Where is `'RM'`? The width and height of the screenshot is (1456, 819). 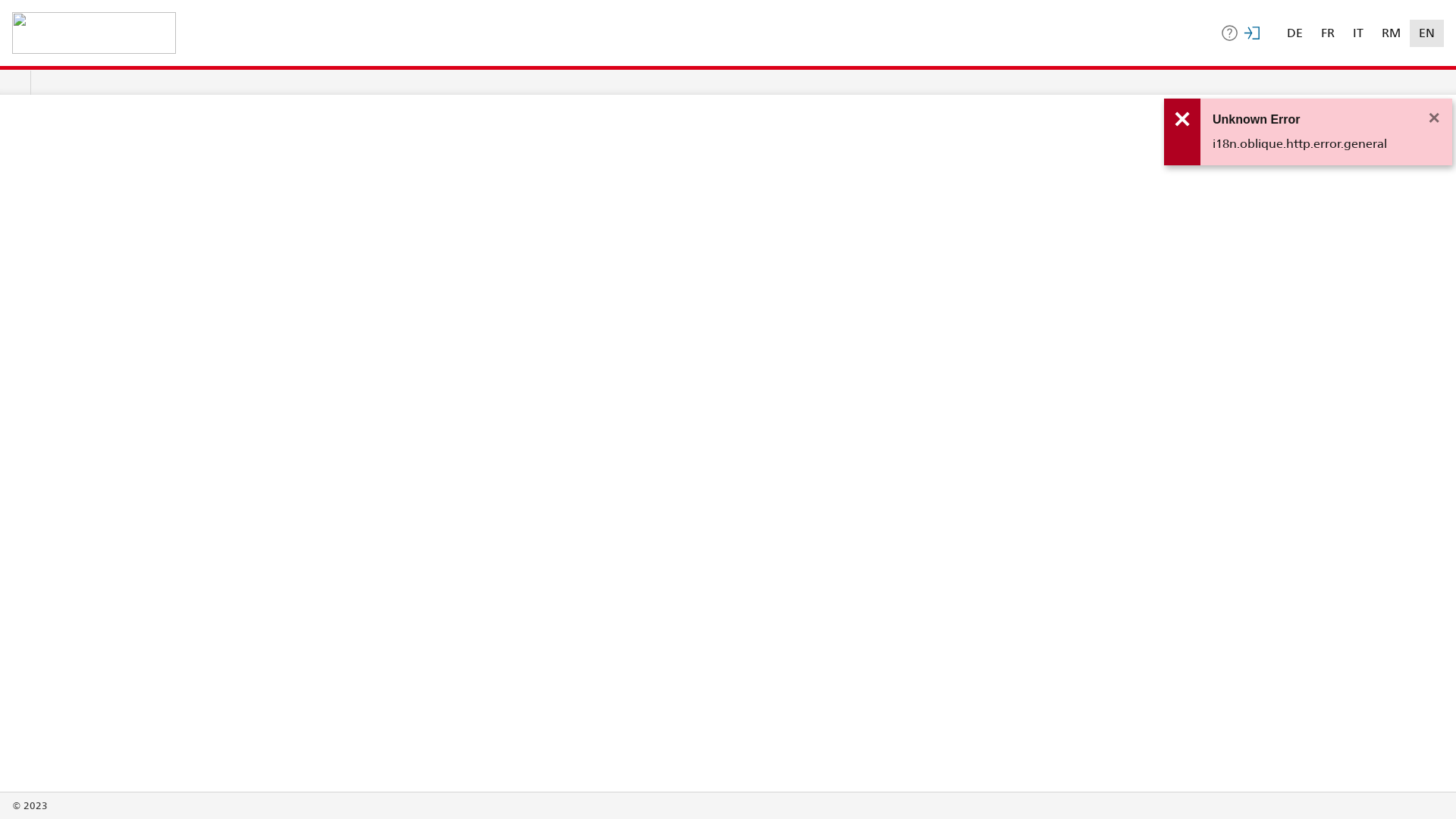 'RM' is located at coordinates (1391, 33).